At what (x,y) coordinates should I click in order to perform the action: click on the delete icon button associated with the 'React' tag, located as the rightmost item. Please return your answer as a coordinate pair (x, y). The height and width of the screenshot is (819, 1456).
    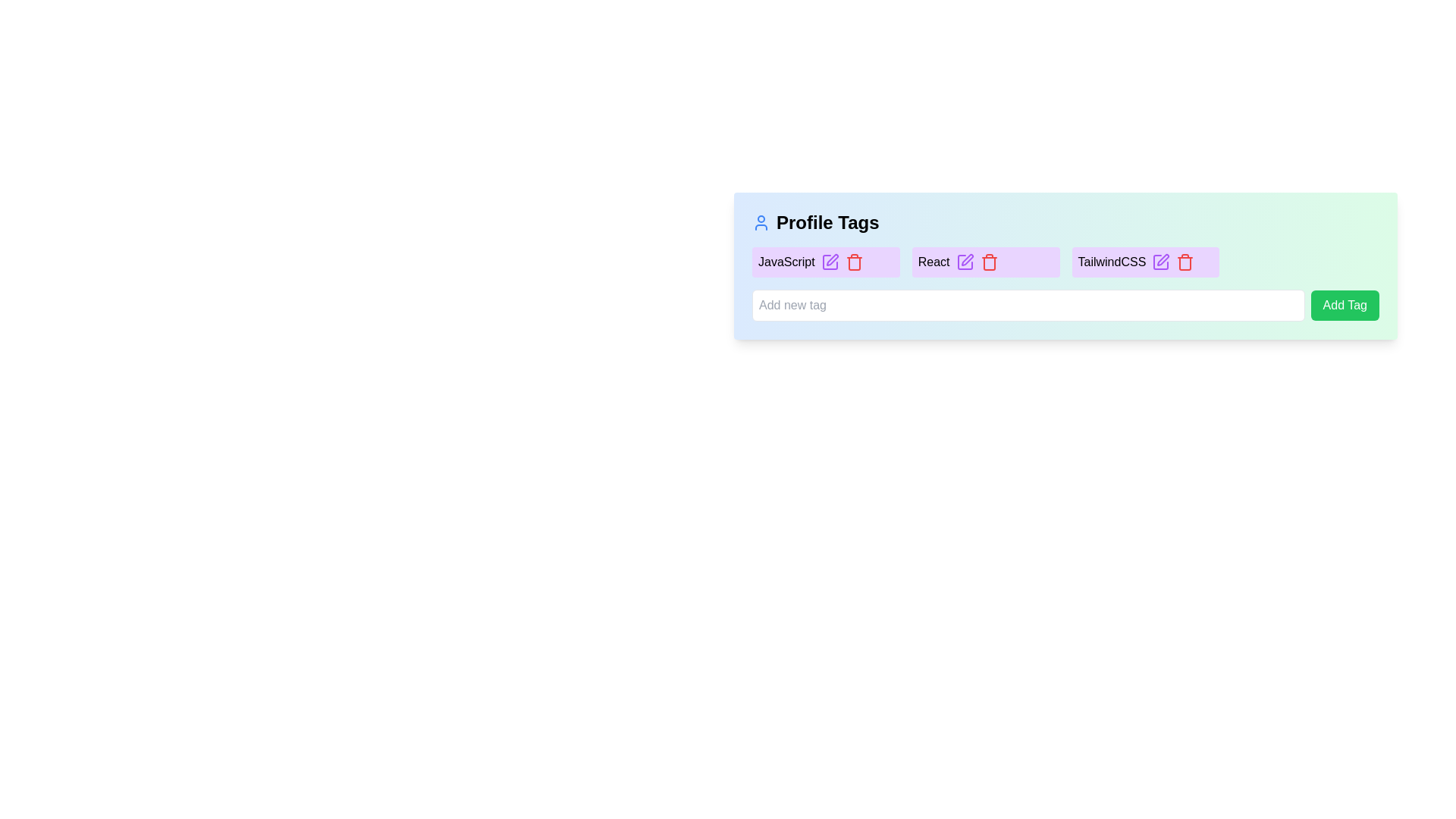
    Looking at the image, I should click on (989, 262).